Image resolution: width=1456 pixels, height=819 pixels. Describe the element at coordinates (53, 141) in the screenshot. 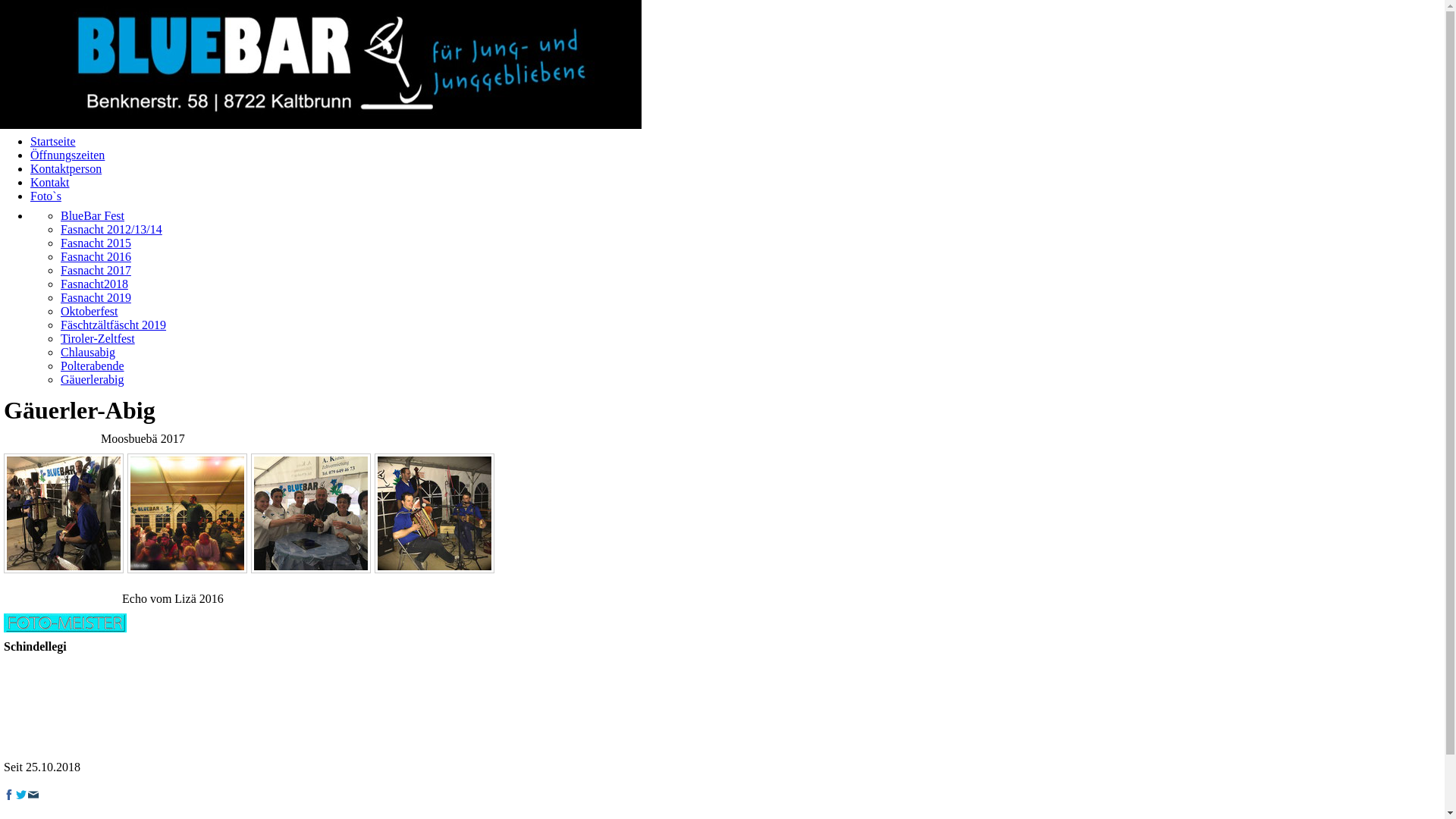

I see `'Startseite'` at that location.